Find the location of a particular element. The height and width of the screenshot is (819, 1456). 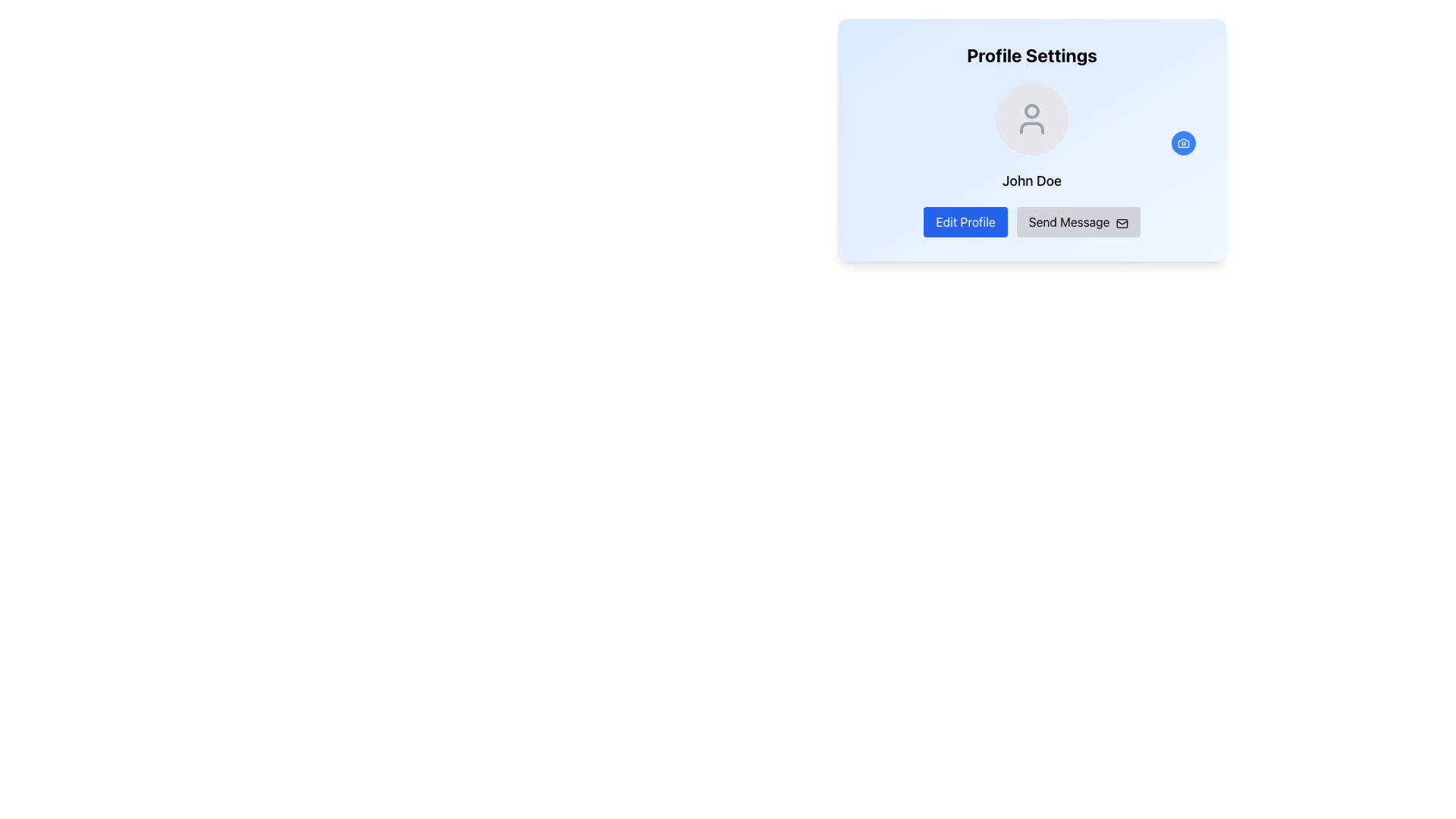

the leftmost button in the 'Profile Settings' section is located at coordinates (965, 222).